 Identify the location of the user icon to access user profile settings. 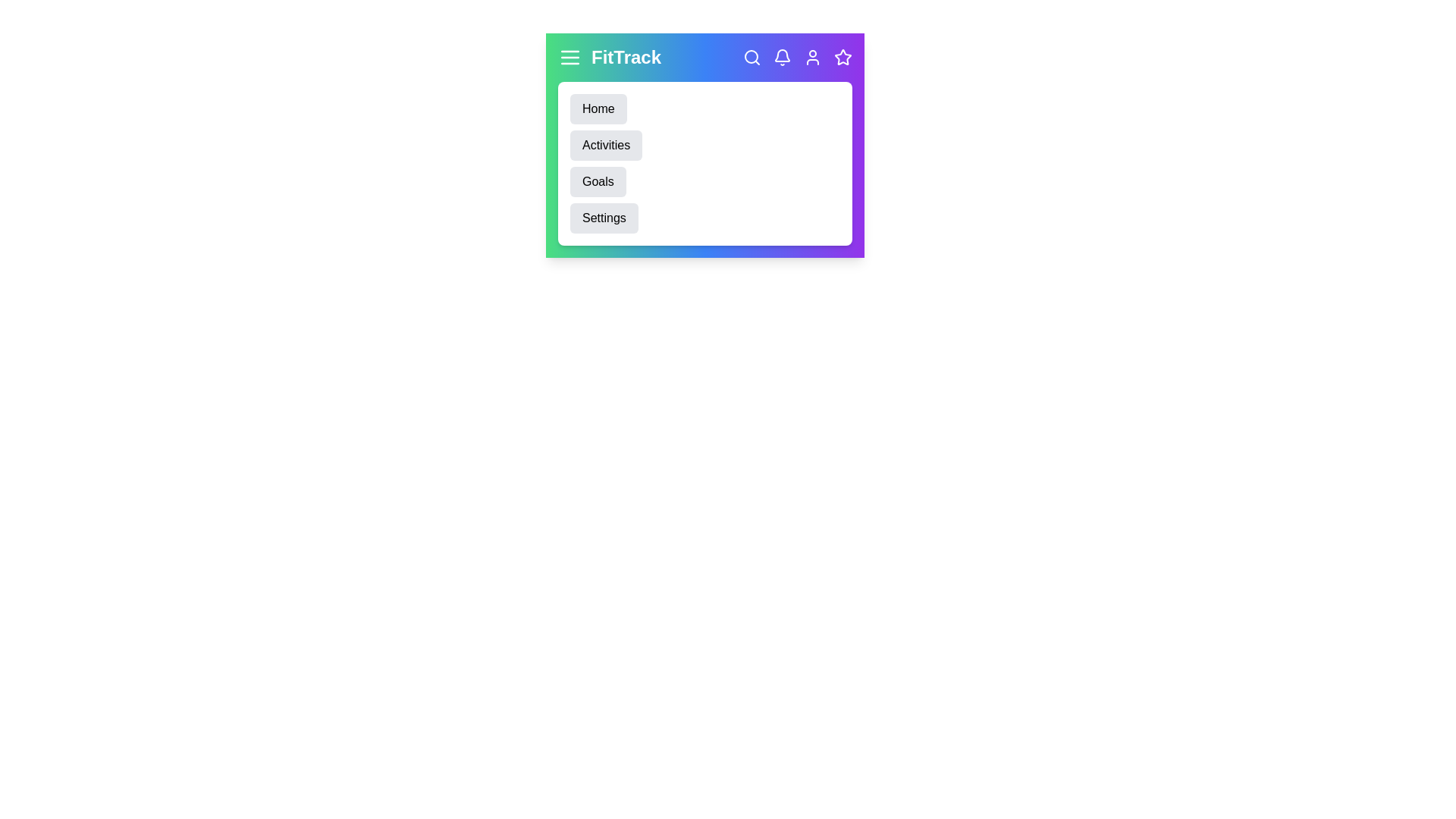
(811, 57).